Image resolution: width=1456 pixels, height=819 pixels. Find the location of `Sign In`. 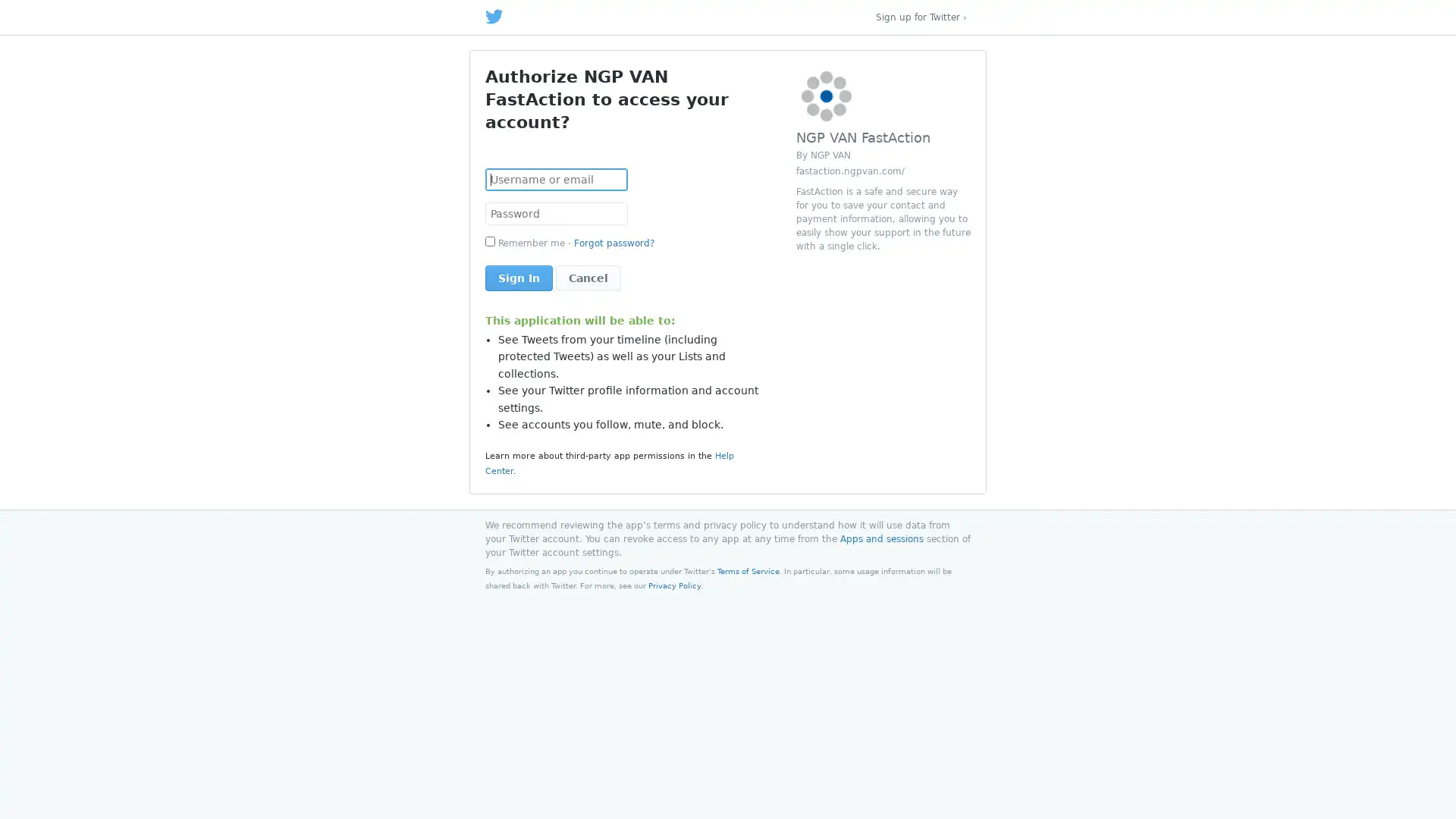

Sign In is located at coordinates (519, 278).